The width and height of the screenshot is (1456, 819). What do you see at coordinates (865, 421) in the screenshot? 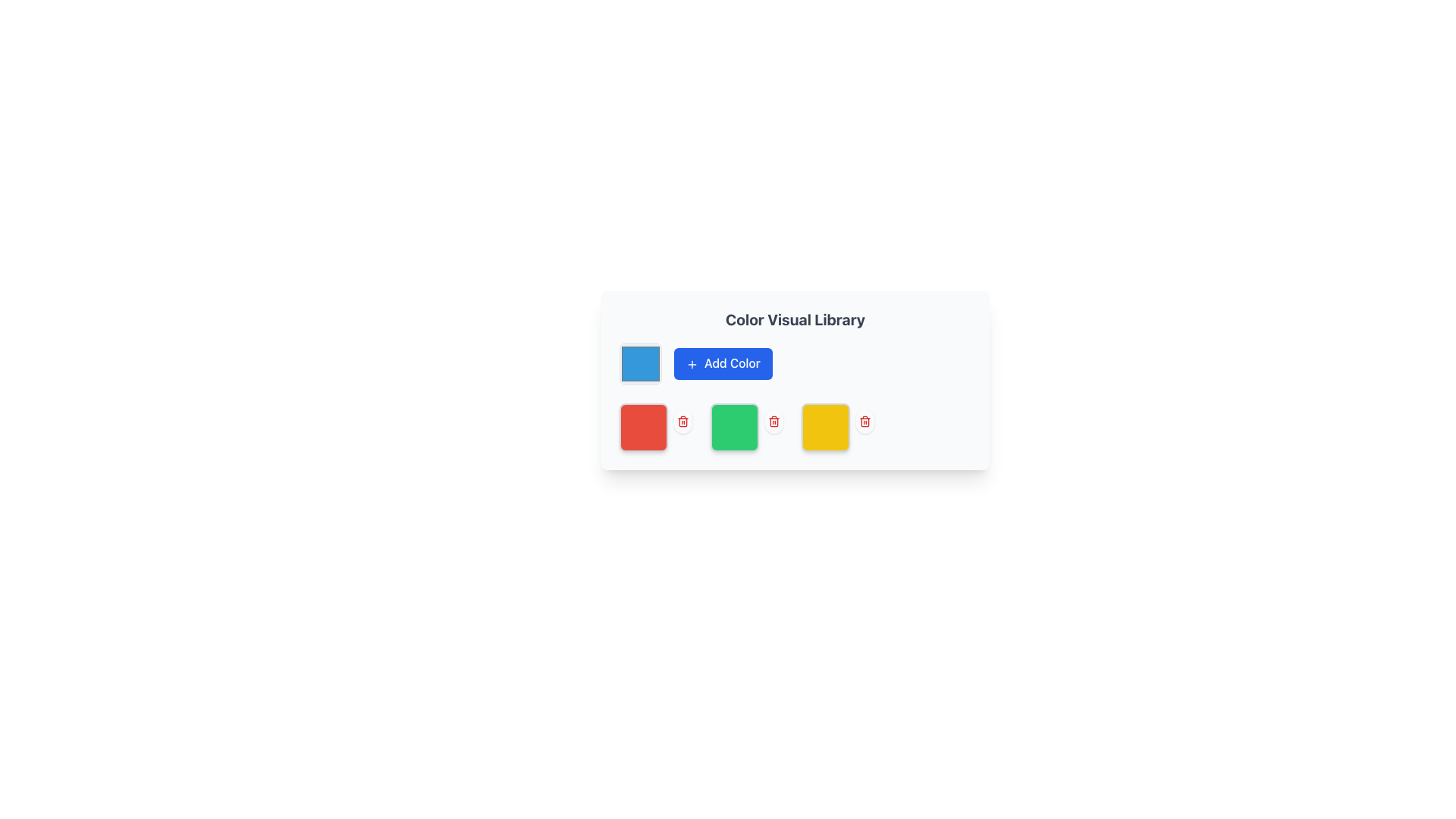
I see `the delete button located at the uppermost right position of the yellow card` at bounding box center [865, 421].